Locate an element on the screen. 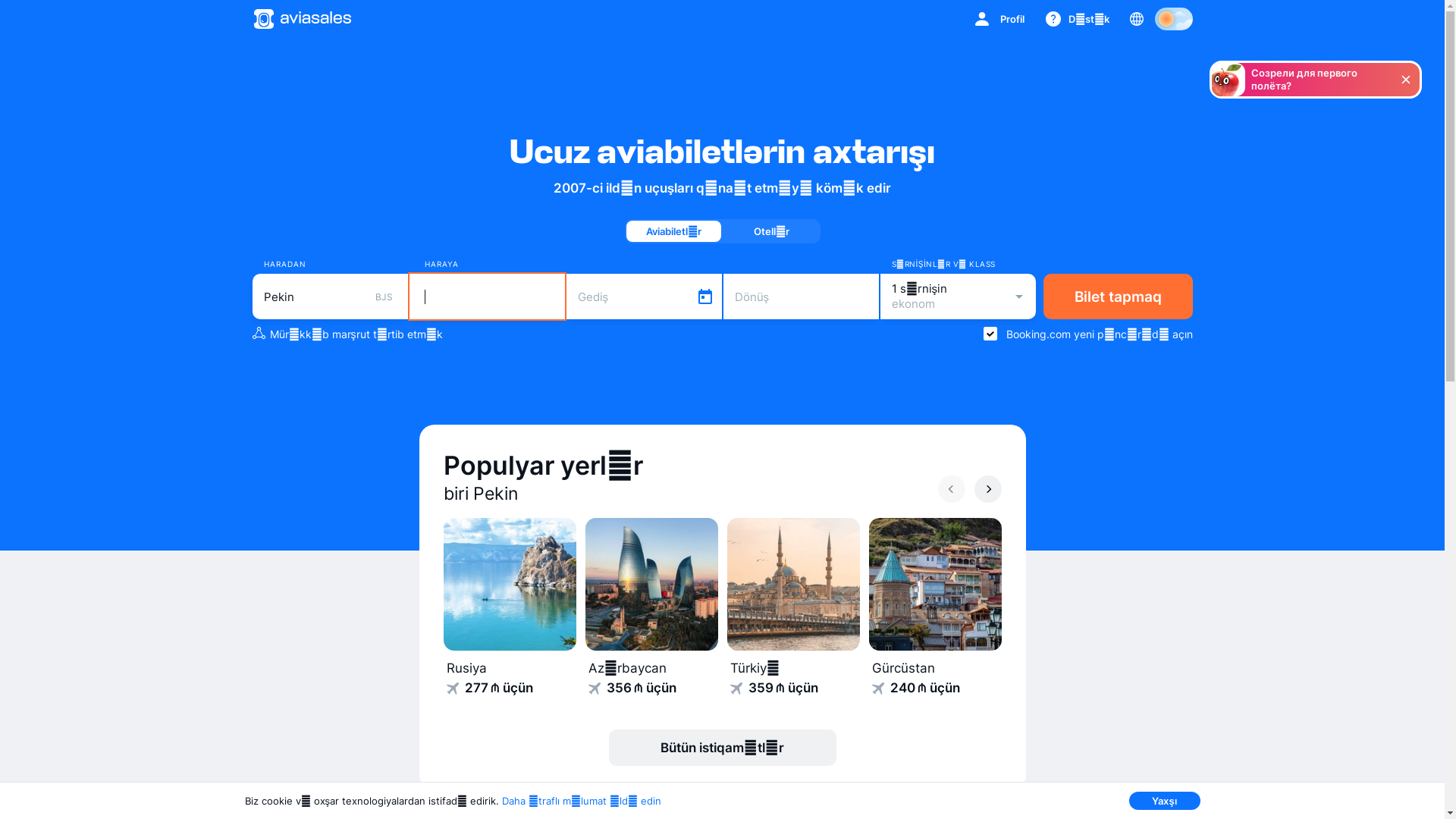 The width and height of the screenshot is (1456, 819). 'Bilet tapmaq' is located at coordinates (1118, 296).